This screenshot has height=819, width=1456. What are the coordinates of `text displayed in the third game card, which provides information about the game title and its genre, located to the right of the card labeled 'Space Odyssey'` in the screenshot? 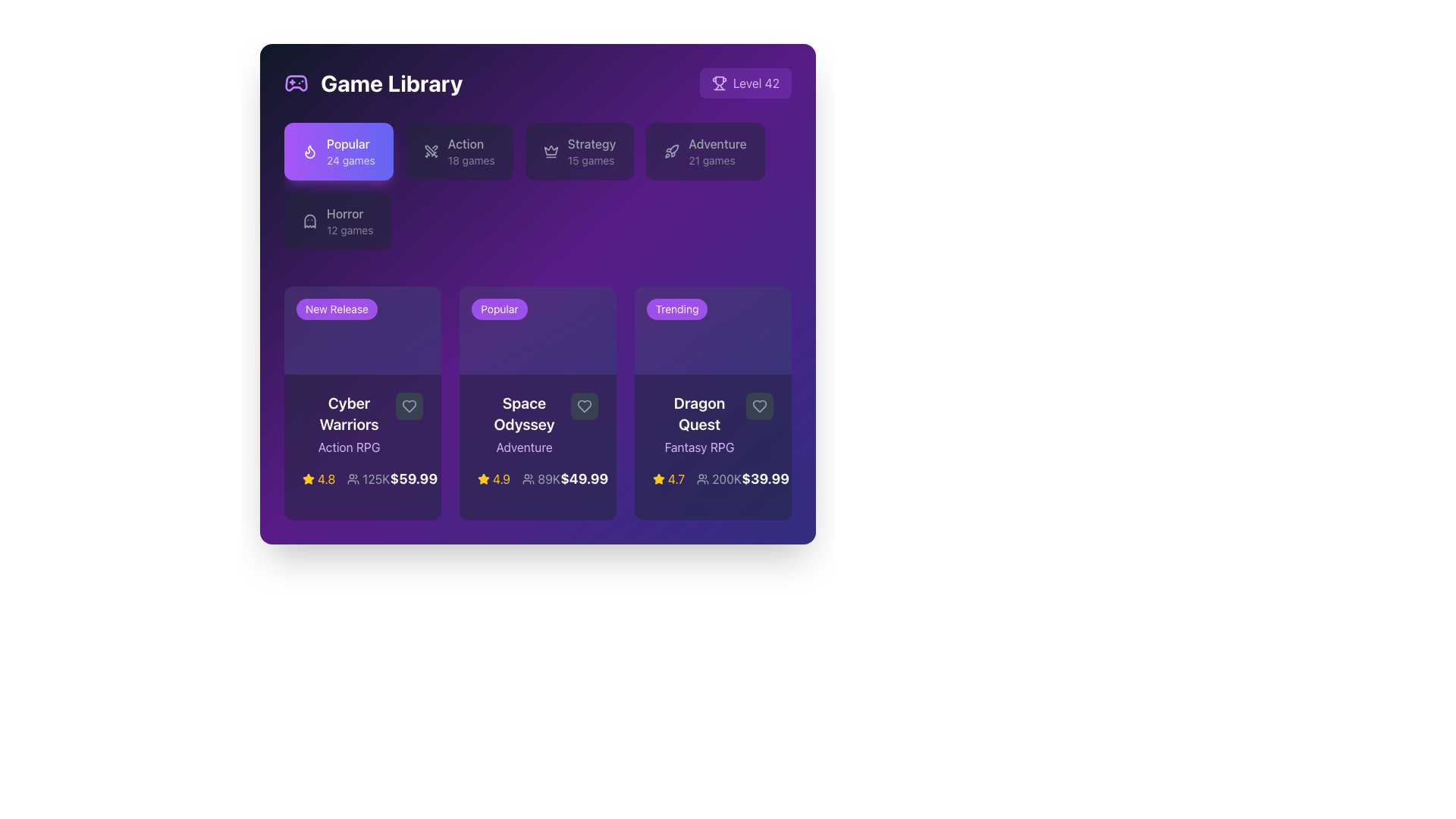 It's located at (712, 425).